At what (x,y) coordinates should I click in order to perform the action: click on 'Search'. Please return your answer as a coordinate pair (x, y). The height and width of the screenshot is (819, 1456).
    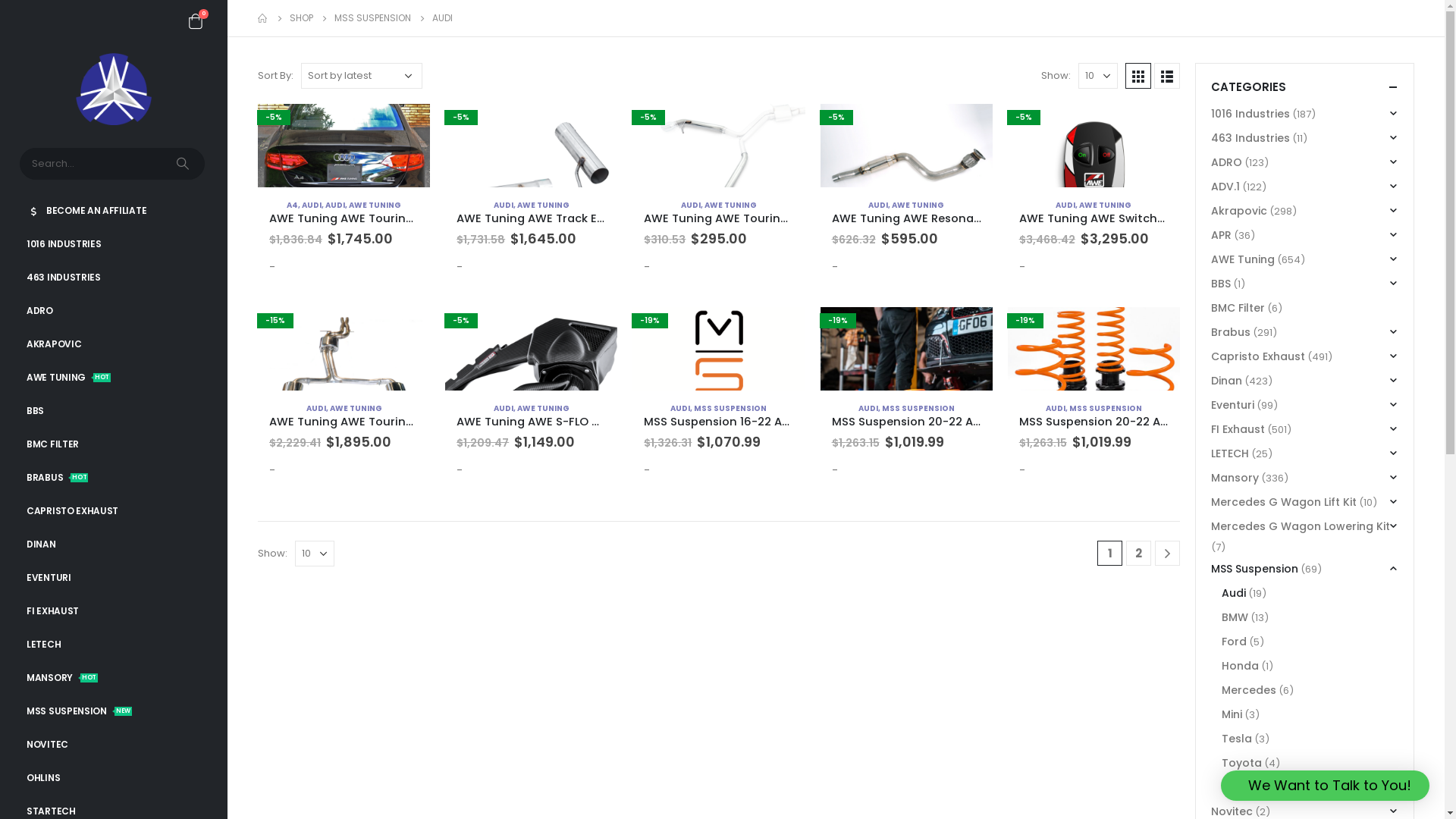
    Looking at the image, I should click on (184, 164).